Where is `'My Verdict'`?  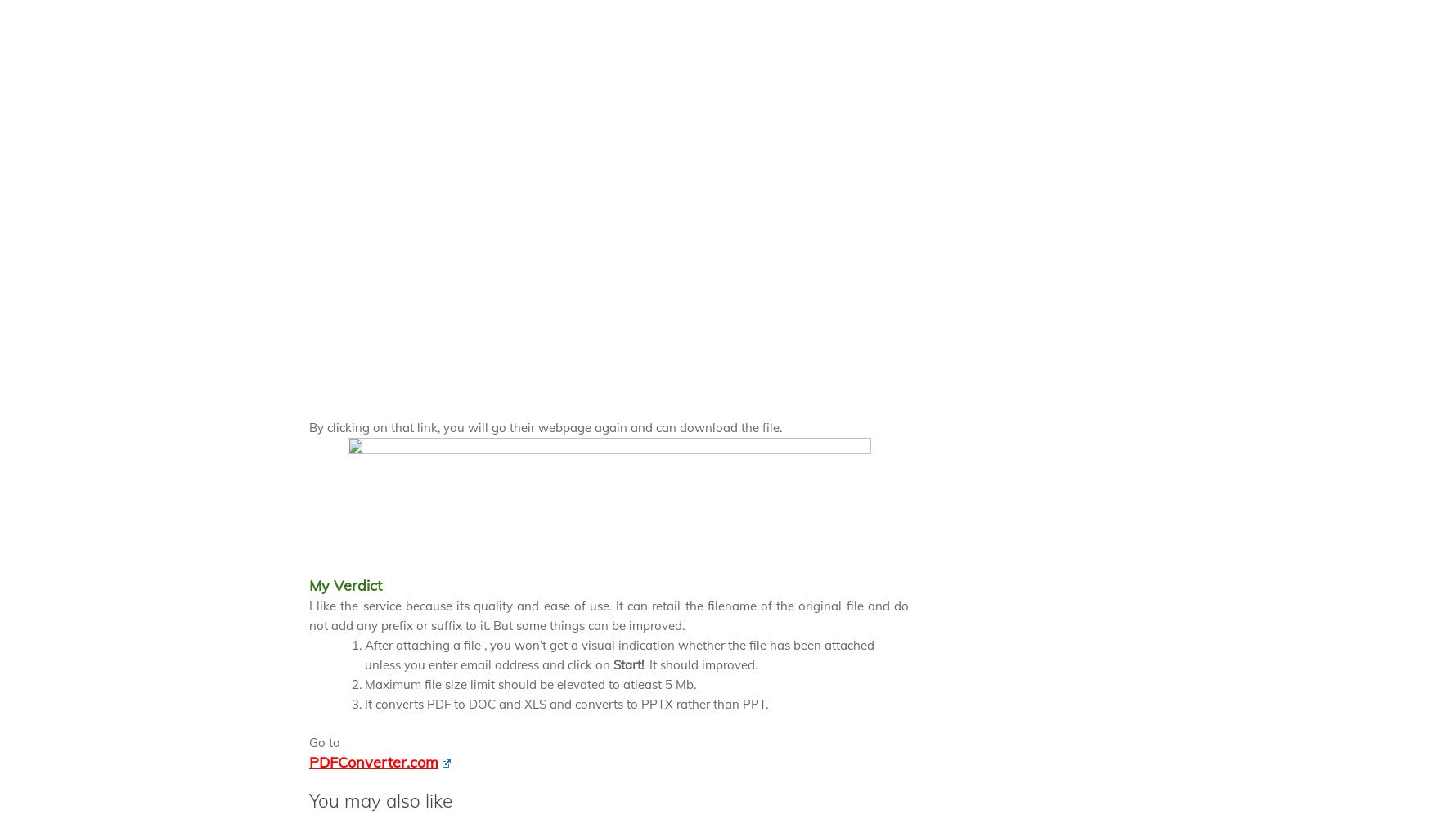 'My Verdict' is located at coordinates (344, 584).